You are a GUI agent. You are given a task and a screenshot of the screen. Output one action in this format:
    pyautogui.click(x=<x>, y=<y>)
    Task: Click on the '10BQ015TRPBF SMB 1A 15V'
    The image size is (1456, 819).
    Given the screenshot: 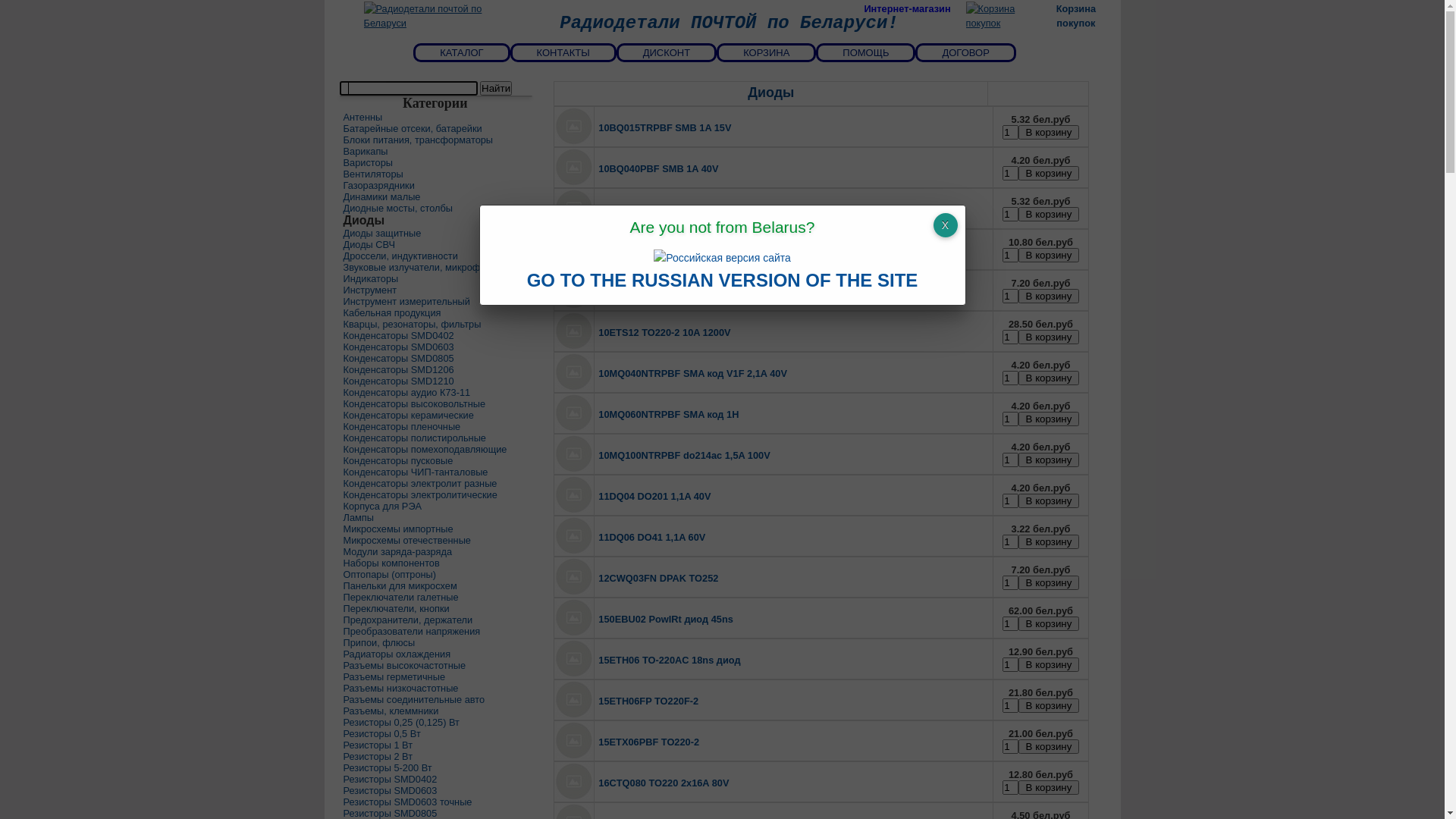 What is the action you would take?
    pyautogui.click(x=664, y=127)
    